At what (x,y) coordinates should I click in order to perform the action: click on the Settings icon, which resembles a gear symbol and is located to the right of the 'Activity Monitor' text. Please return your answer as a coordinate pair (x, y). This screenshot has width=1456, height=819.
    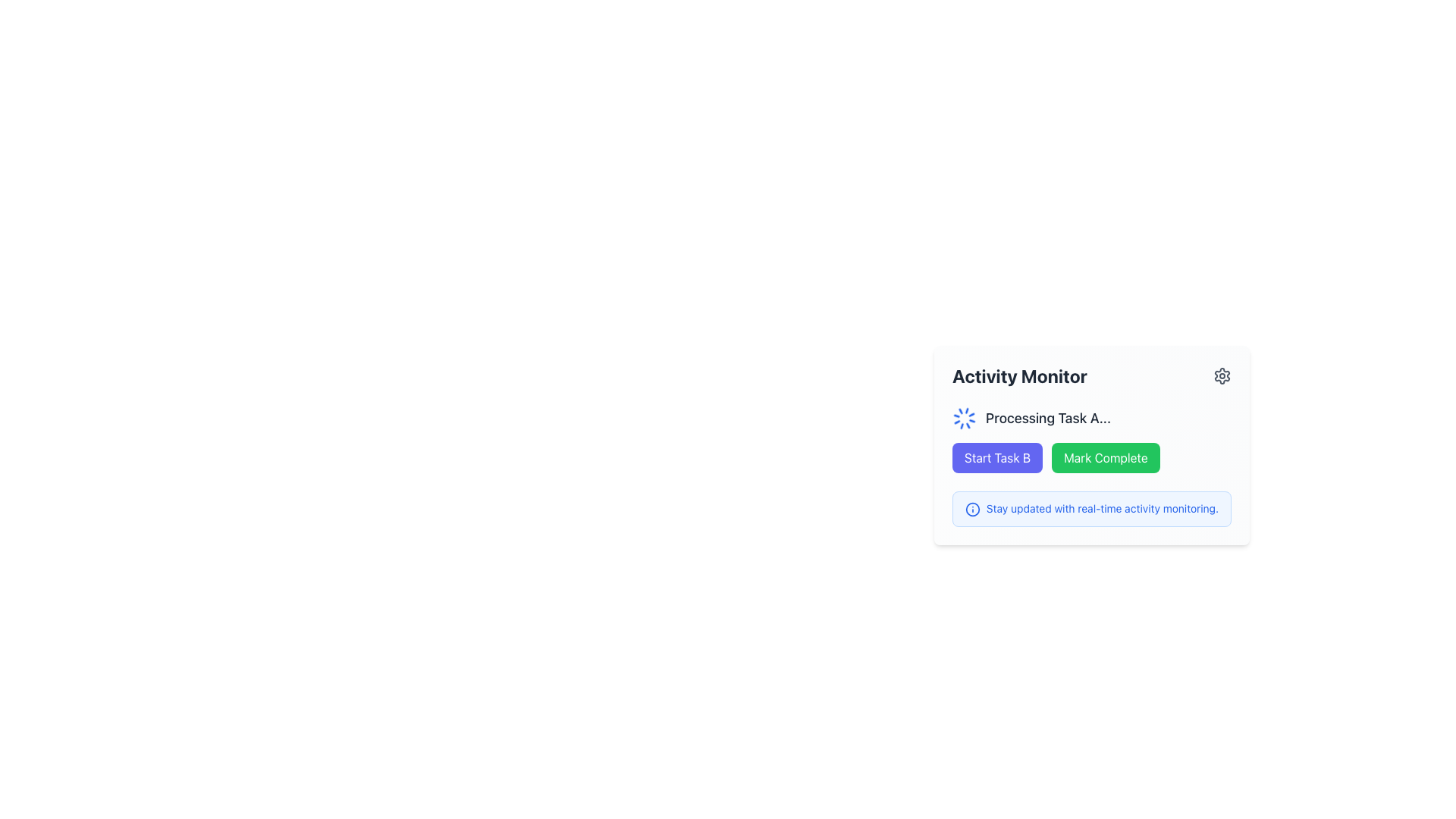
    Looking at the image, I should click on (1222, 375).